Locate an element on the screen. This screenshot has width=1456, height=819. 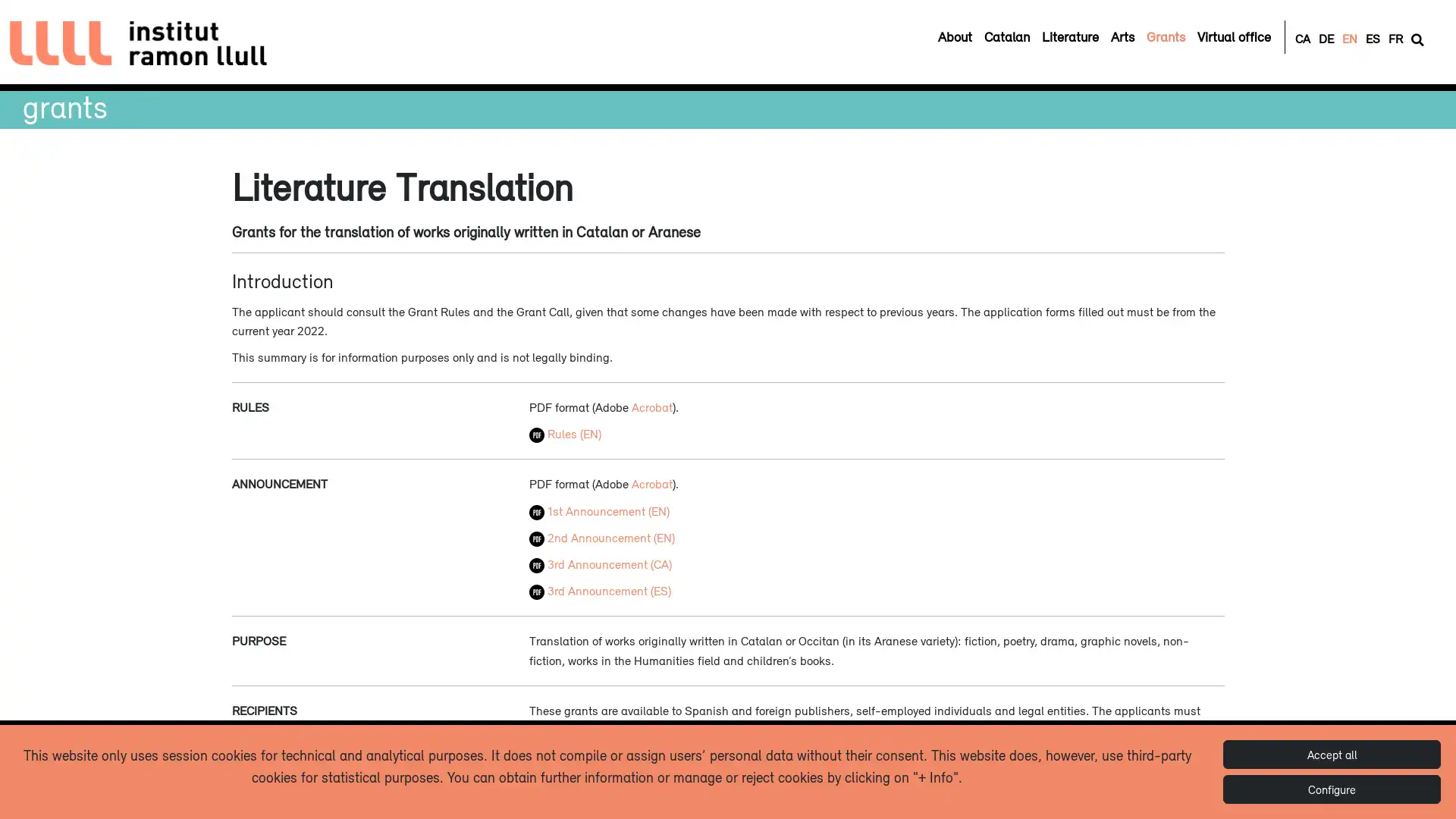
Accept all is located at coordinates (1331, 755).